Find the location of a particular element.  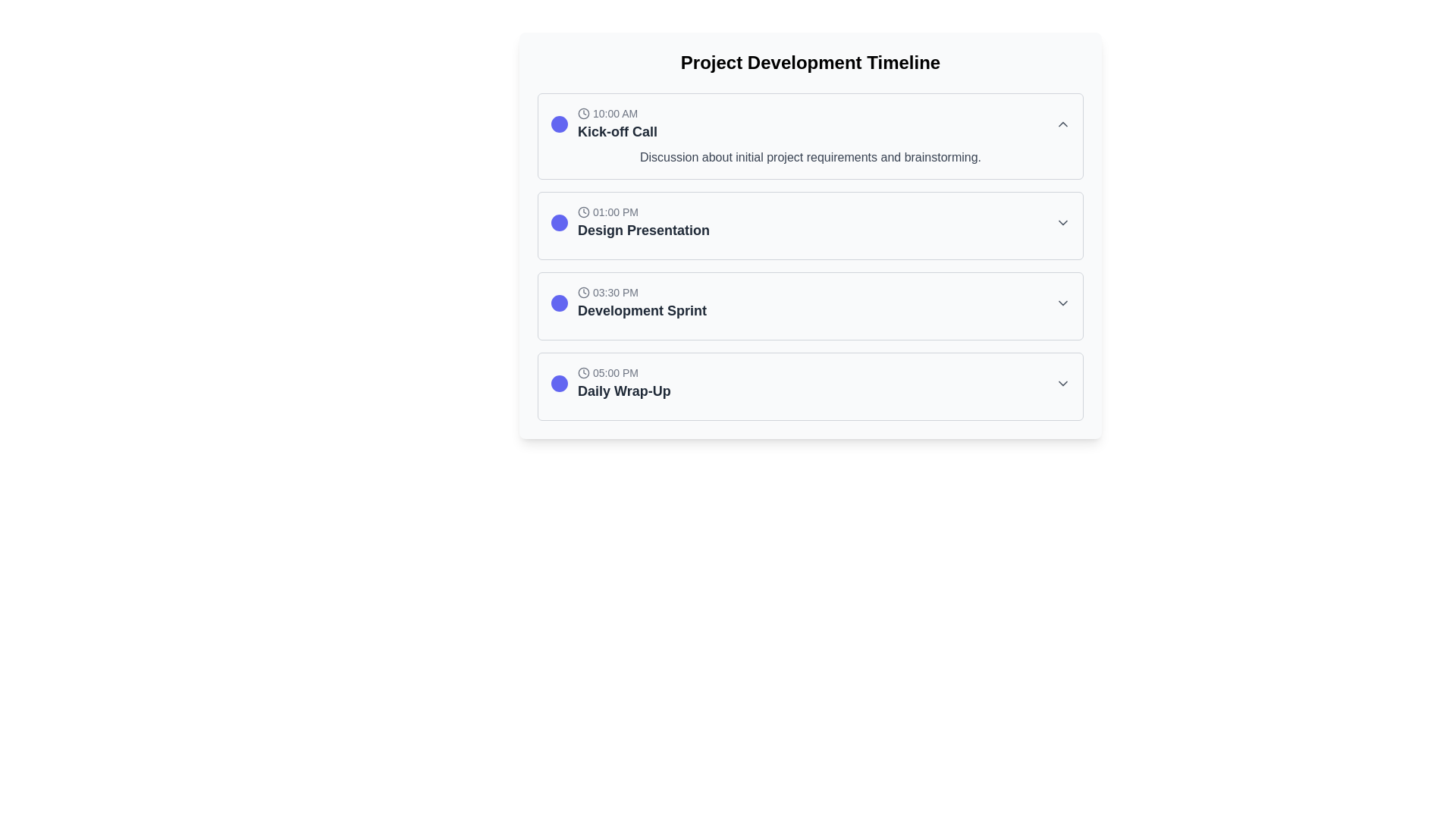

the circular clock icon element located in the third event row of the timeline, adjacent to the 'Development Sprint' text is located at coordinates (582, 292).